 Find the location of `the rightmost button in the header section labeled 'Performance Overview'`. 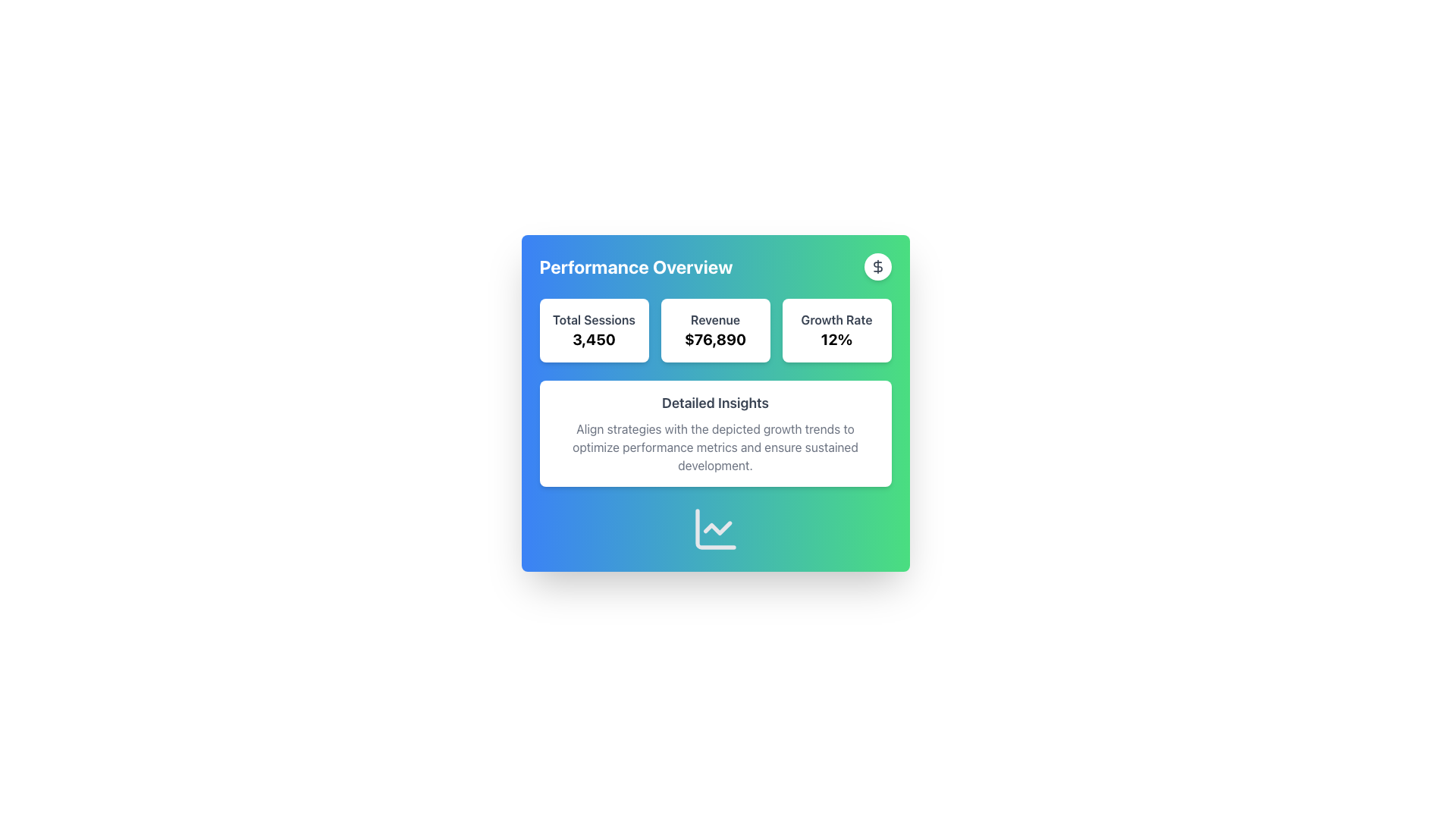

the rightmost button in the header section labeled 'Performance Overview' is located at coordinates (877, 265).